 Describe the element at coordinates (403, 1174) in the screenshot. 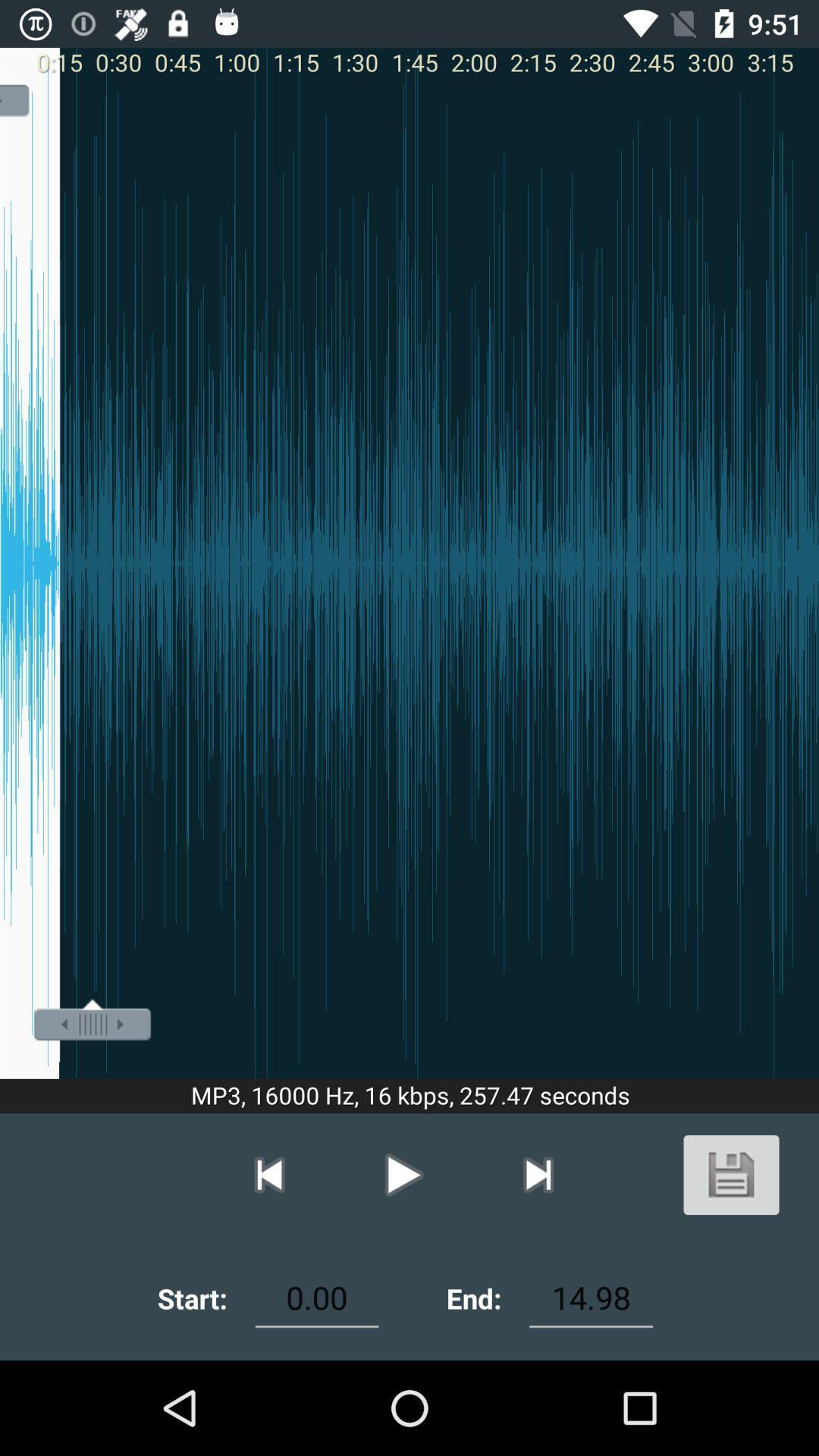

I see `the play icon` at that location.